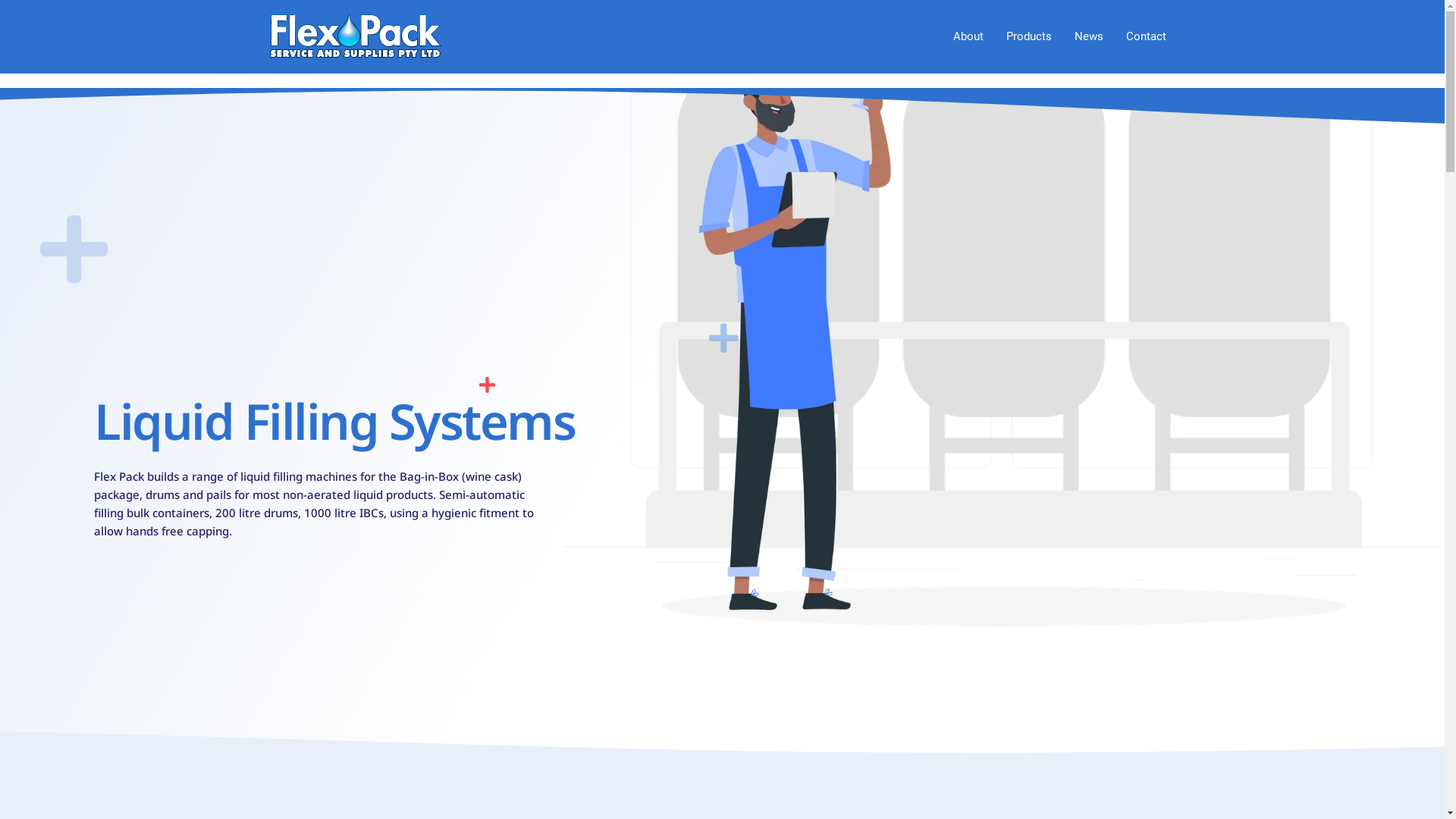  What do you see at coordinates (967, 35) in the screenshot?
I see `'About'` at bounding box center [967, 35].